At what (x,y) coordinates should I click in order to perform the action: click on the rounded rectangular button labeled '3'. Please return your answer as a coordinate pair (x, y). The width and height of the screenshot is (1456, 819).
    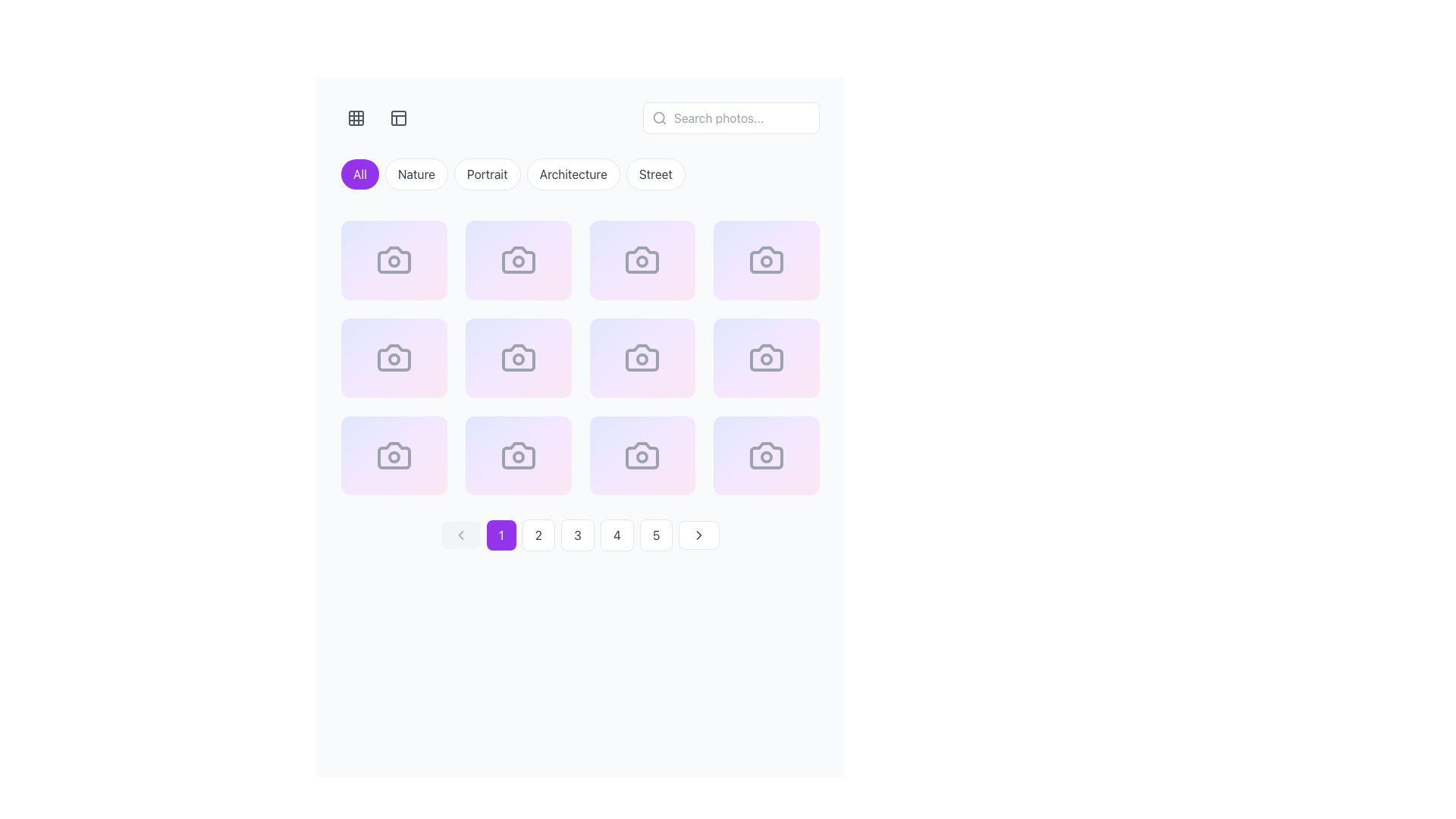
    Looking at the image, I should click on (579, 535).